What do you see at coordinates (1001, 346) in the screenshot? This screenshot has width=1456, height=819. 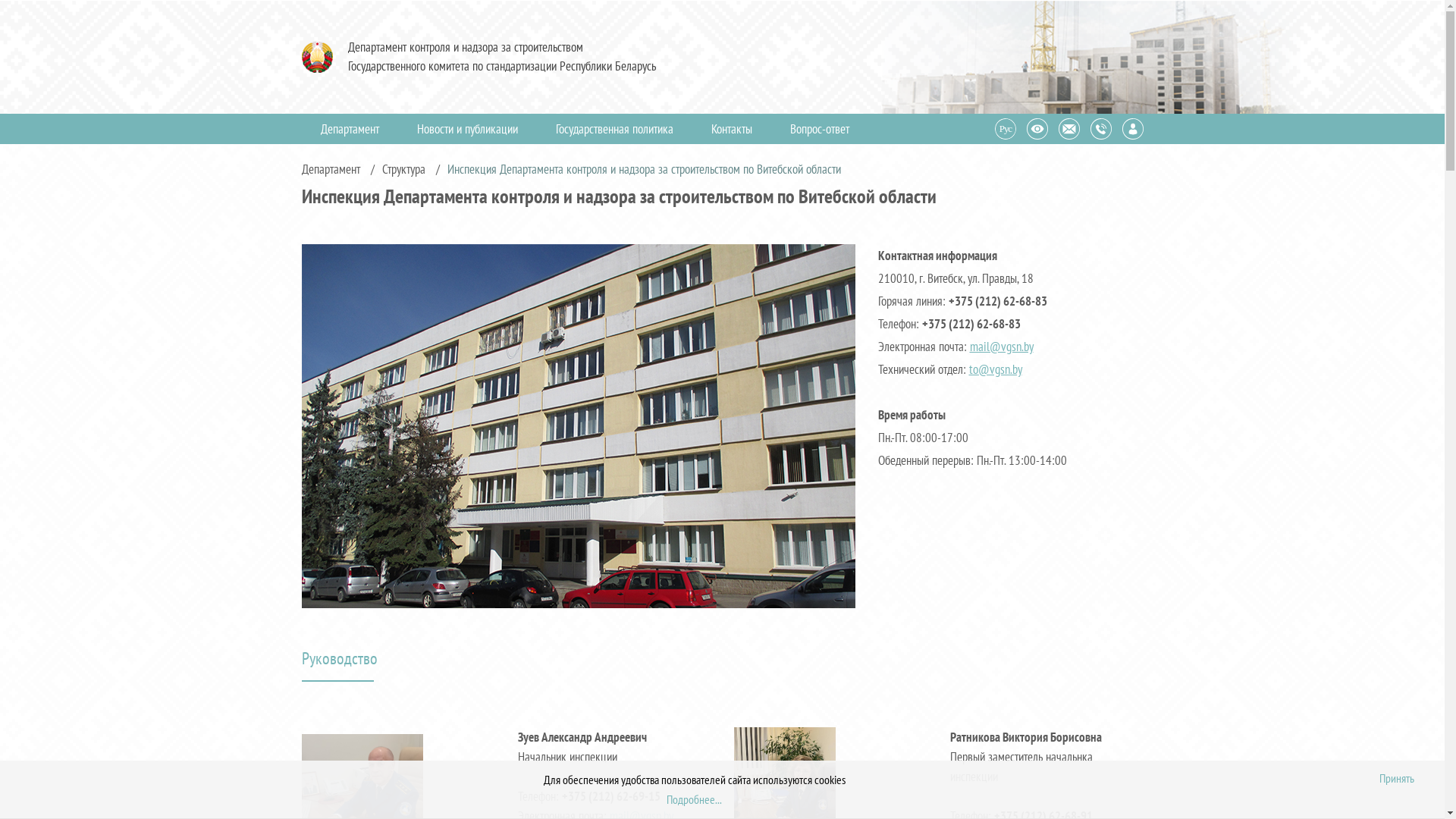 I see `'mail@vgsn.by'` at bounding box center [1001, 346].